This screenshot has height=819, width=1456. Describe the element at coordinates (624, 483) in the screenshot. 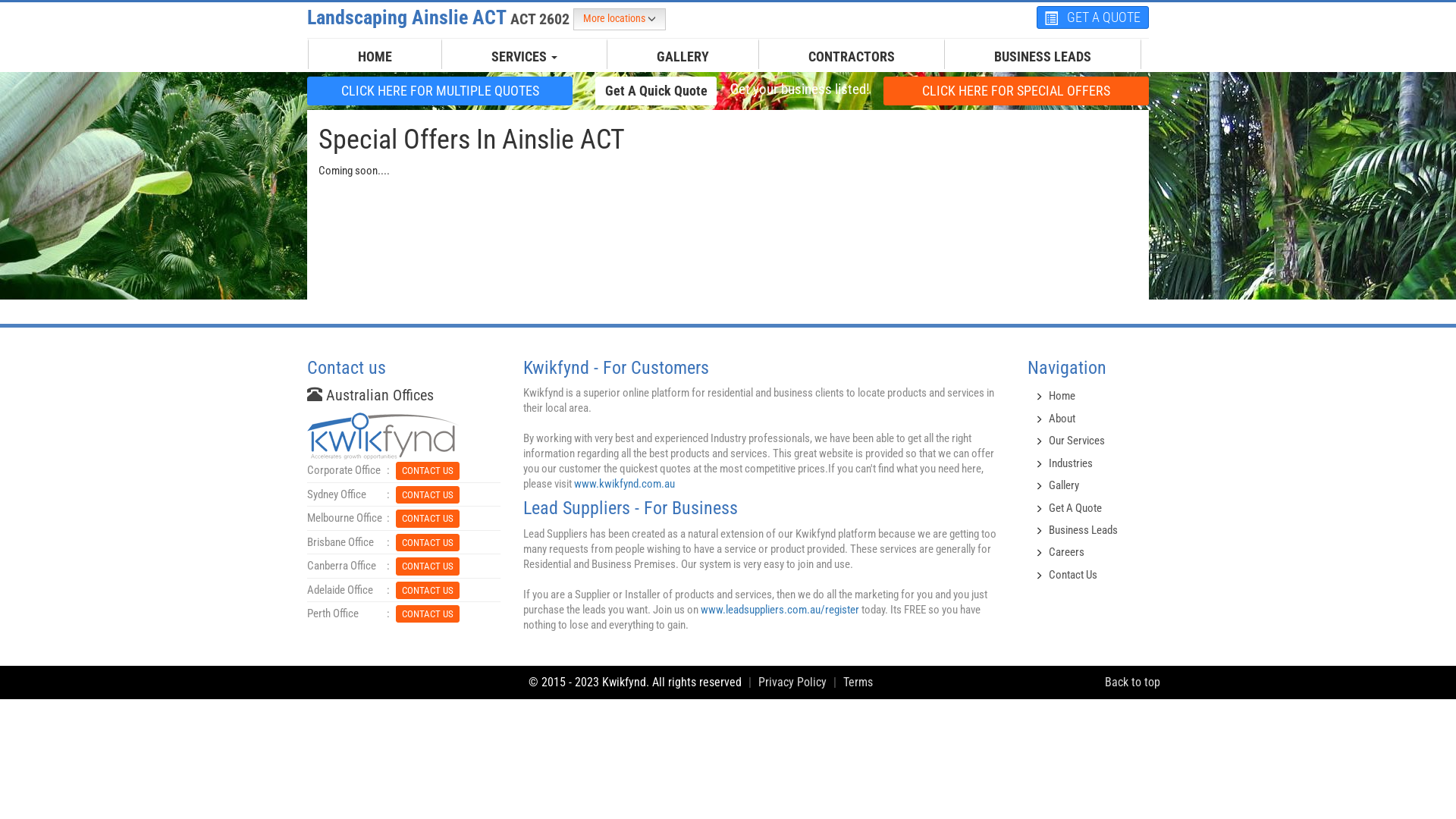

I see `'www.kwikfynd.com.au'` at that location.